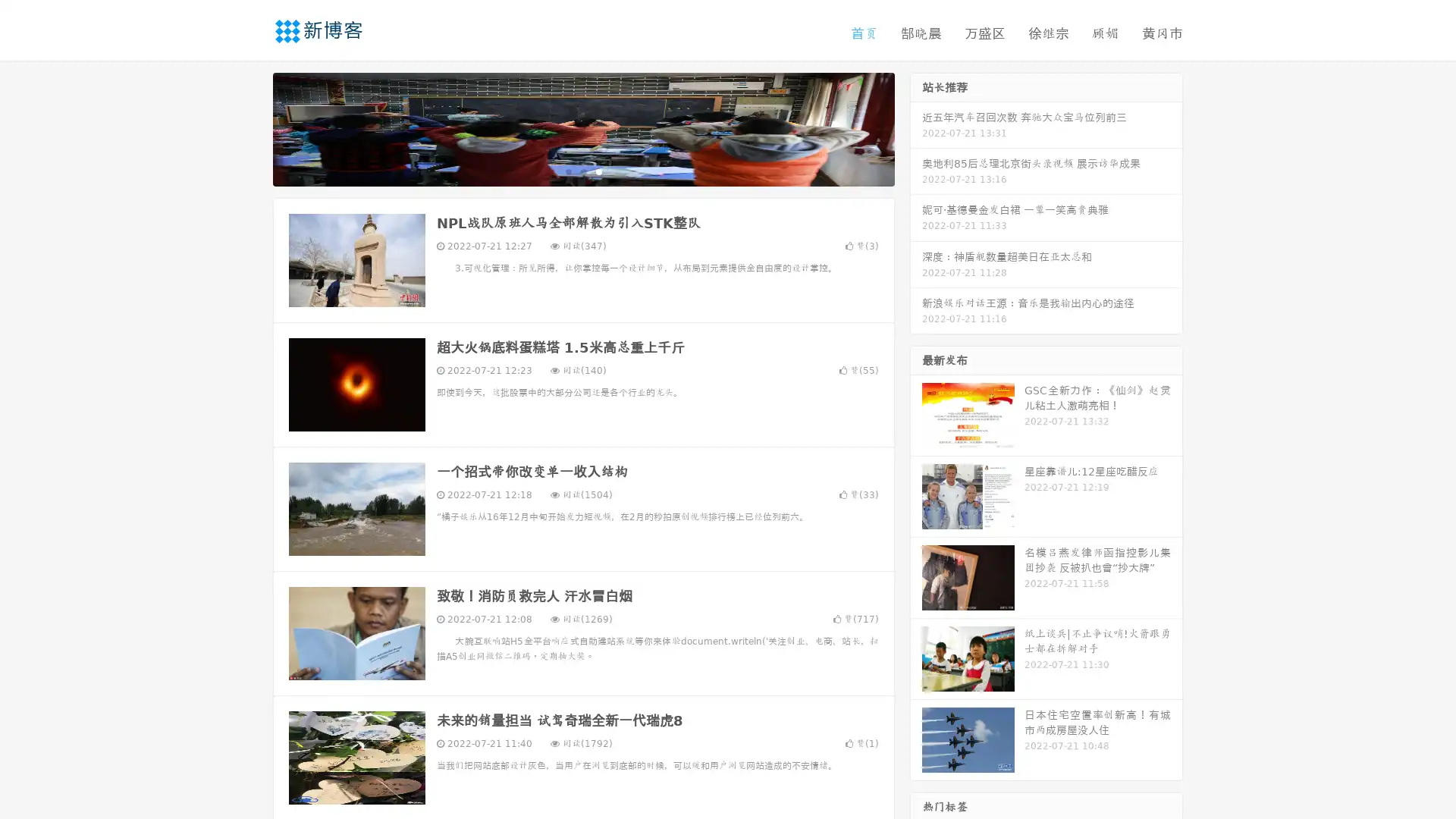 This screenshot has height=819, width=1456. I want to click on Next slide, so click(916, 127).